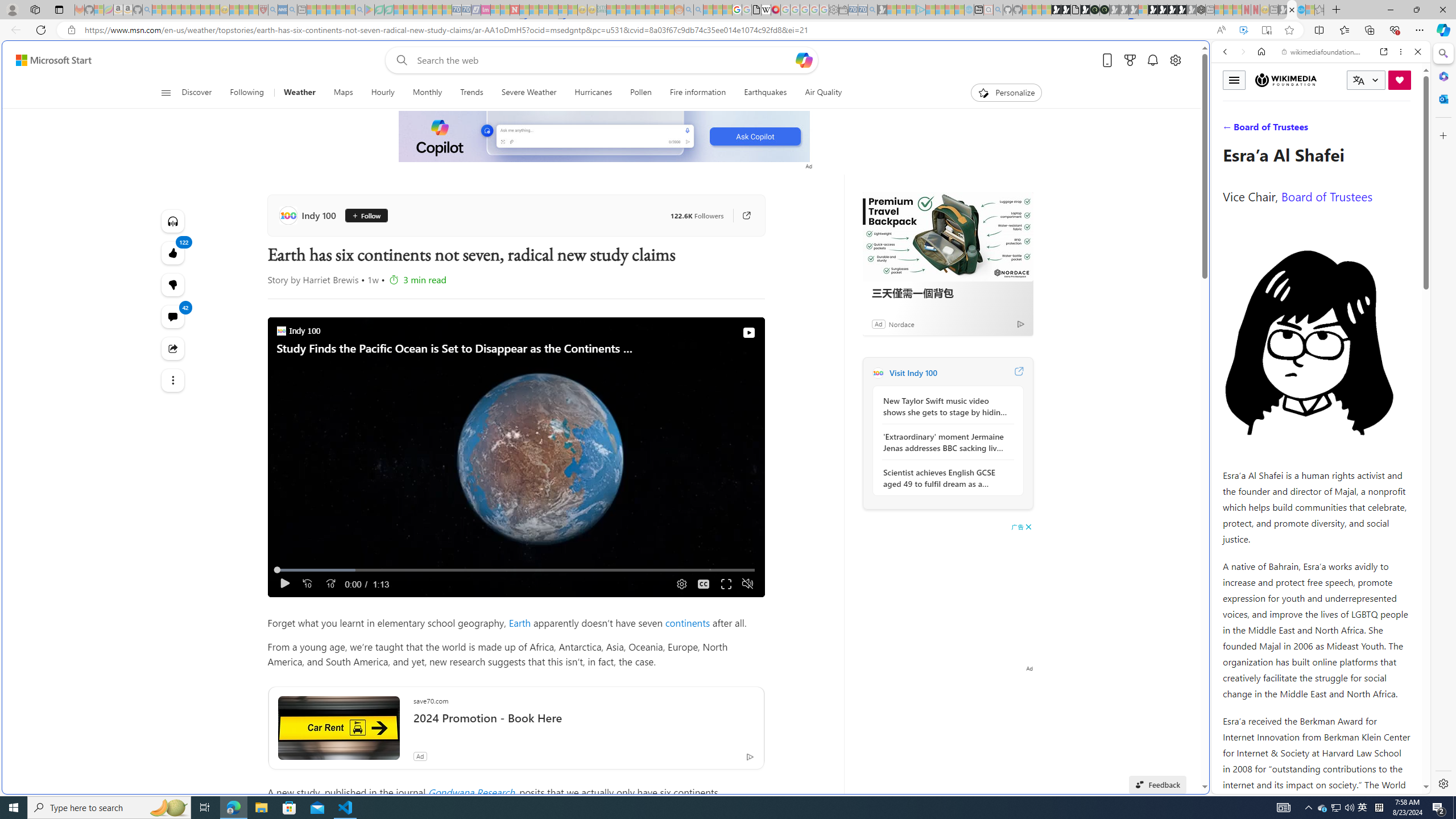  What do you see at coordinates (1027, 527) in the screenshot?
I see `'AutomationID: cbb'` at bounding box center [1027, 527].